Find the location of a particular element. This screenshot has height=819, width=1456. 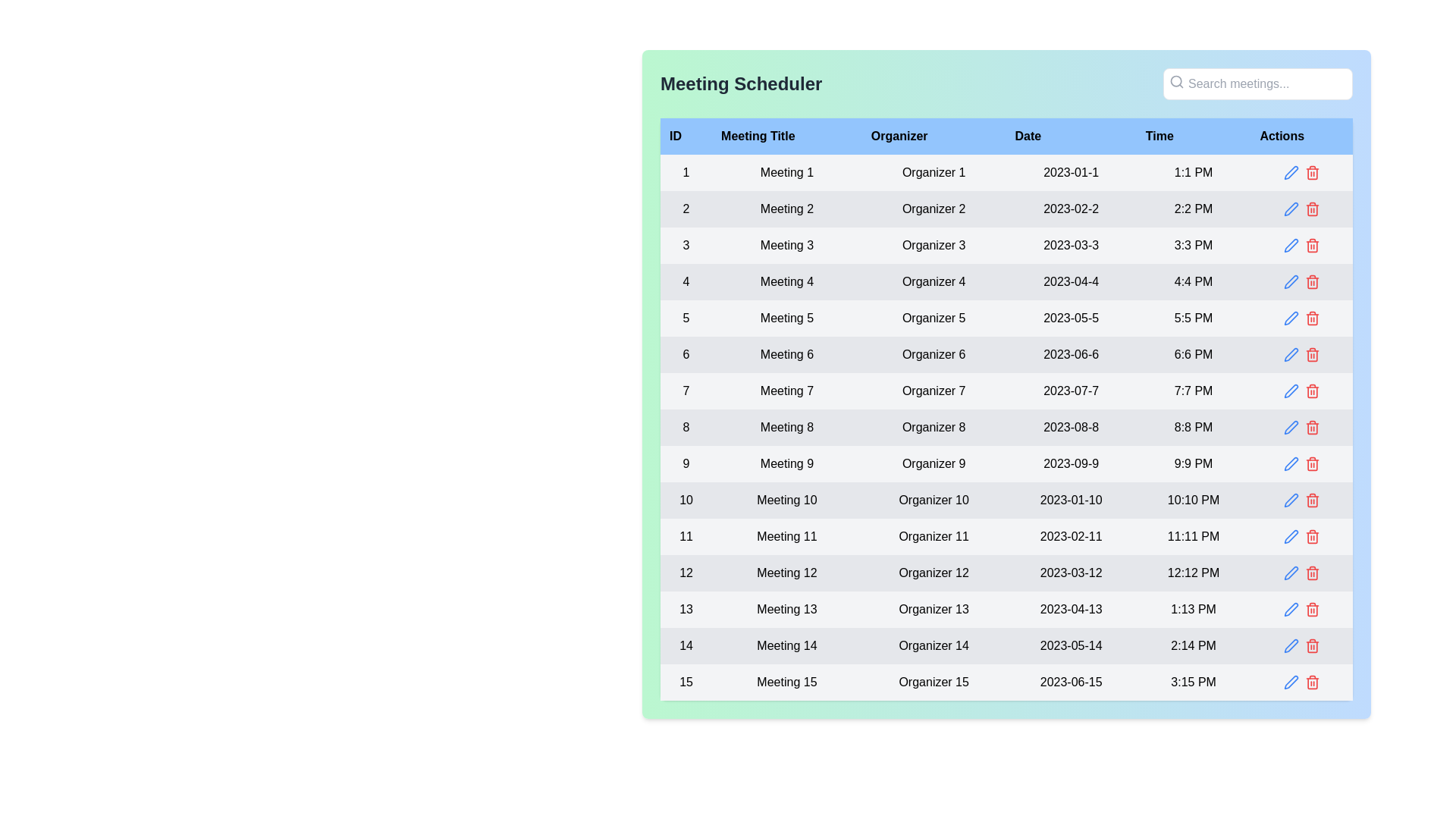

the pencil icon in the Action buttons of the last cell corresponding to 'Meeting 13' and 'Organizer 13' in the 'Actions' column of the table is located at coordinates (1301, 608).